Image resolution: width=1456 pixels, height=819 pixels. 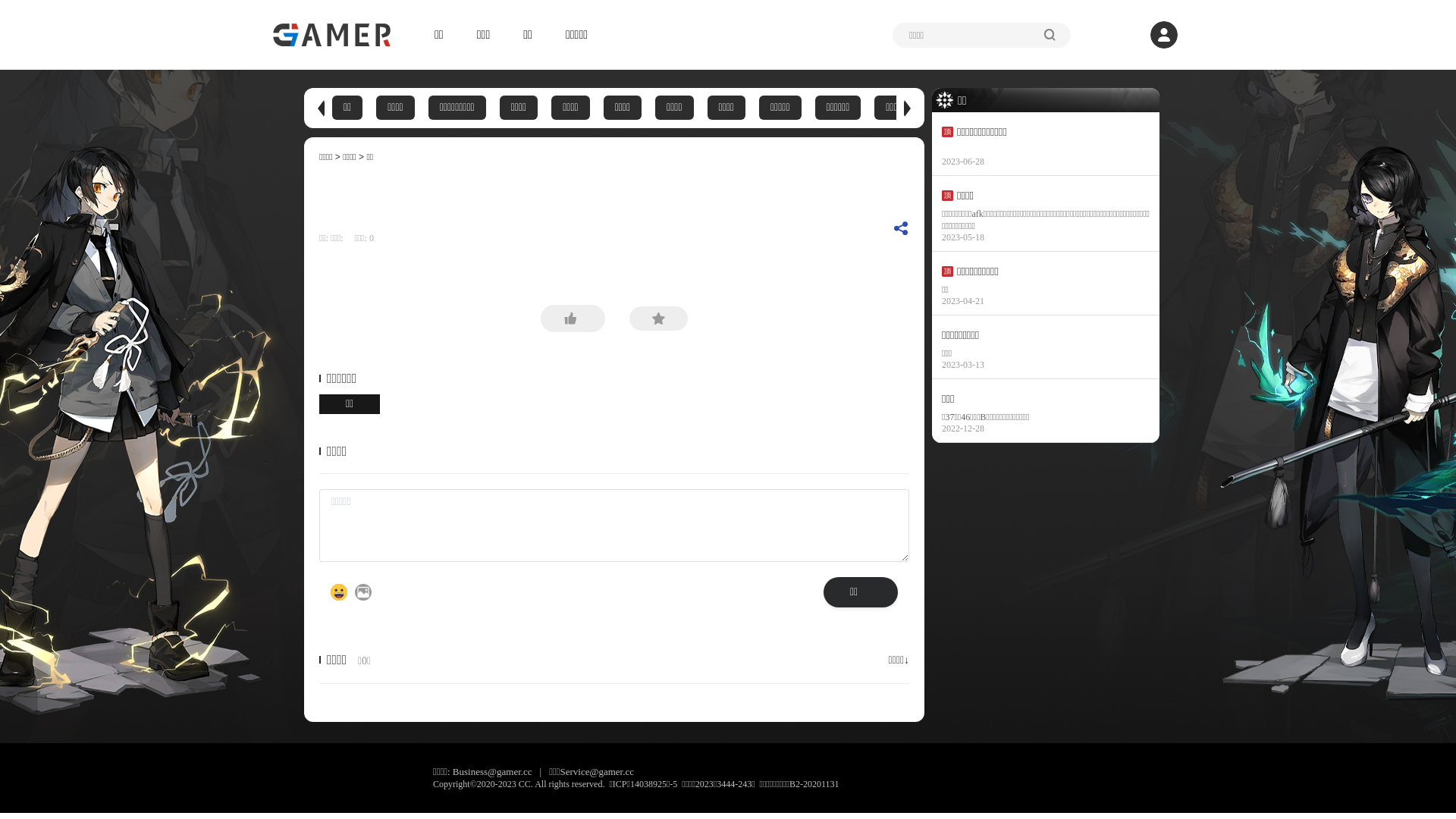 I want to click on '0', so click(x=369, y=237).